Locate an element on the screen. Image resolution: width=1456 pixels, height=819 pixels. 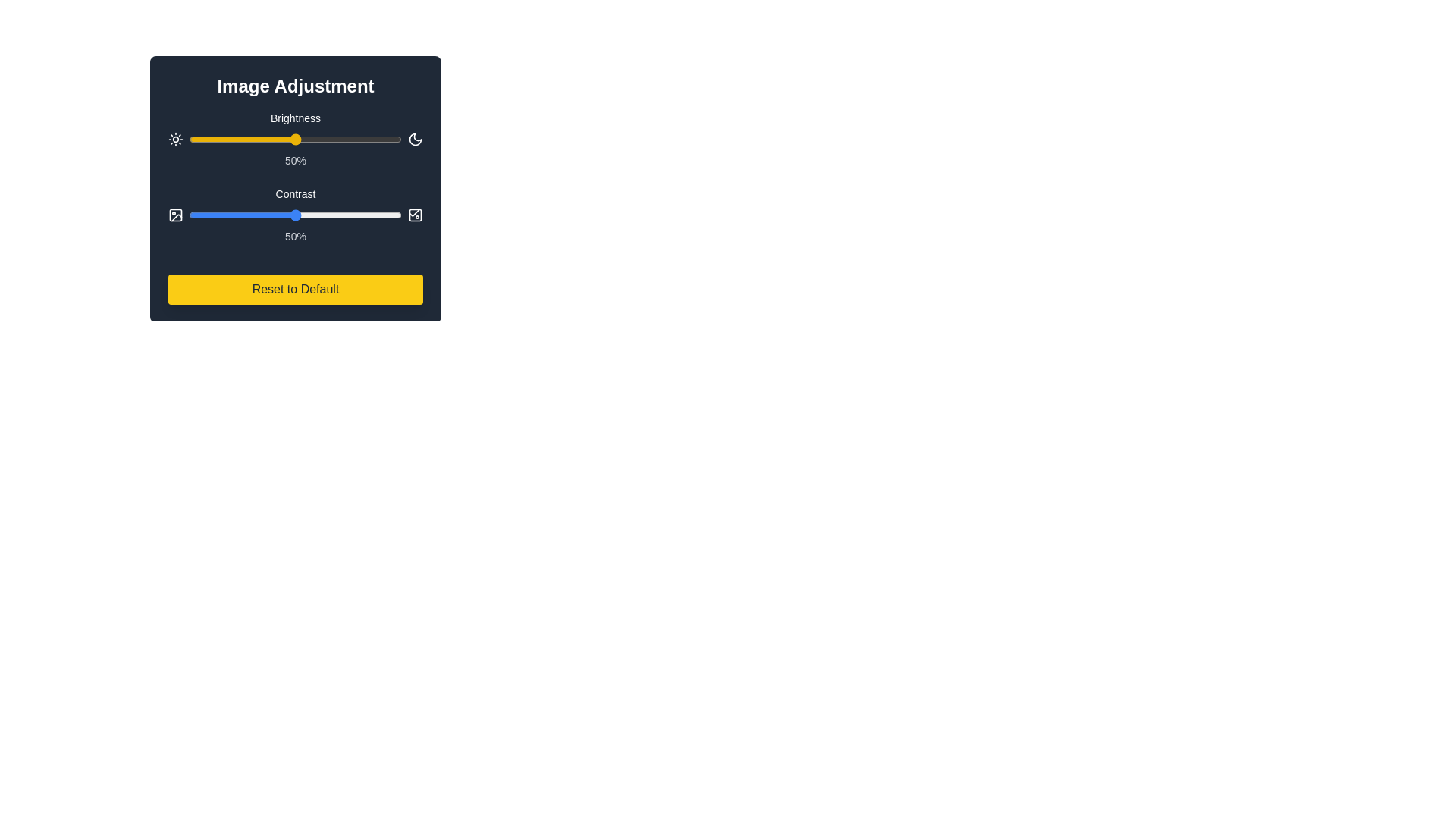
the contrast level is located at coordinates (344, 215).